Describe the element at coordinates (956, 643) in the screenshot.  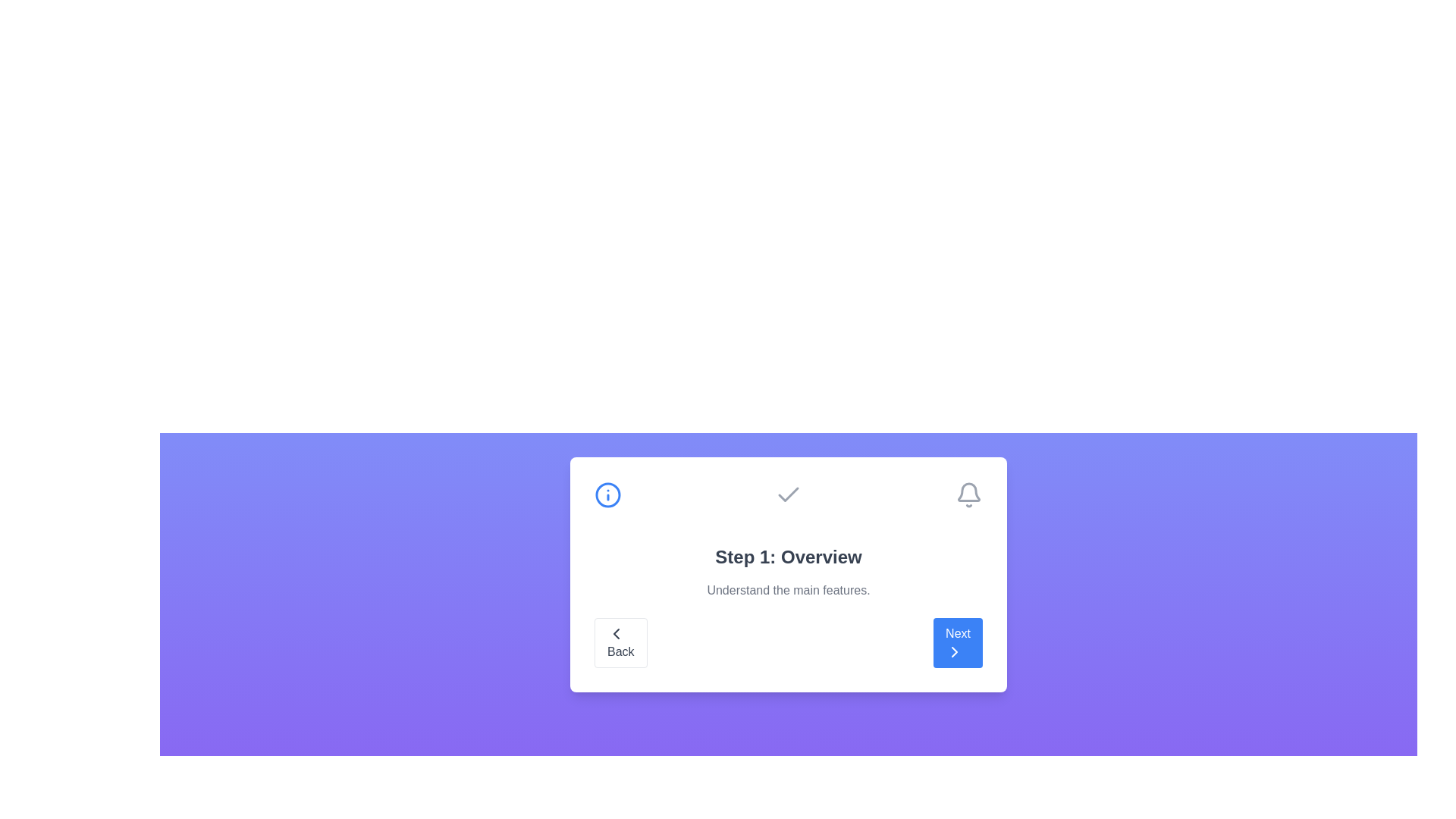
I see `the 'Next' button to proceed to the next step` at that location.